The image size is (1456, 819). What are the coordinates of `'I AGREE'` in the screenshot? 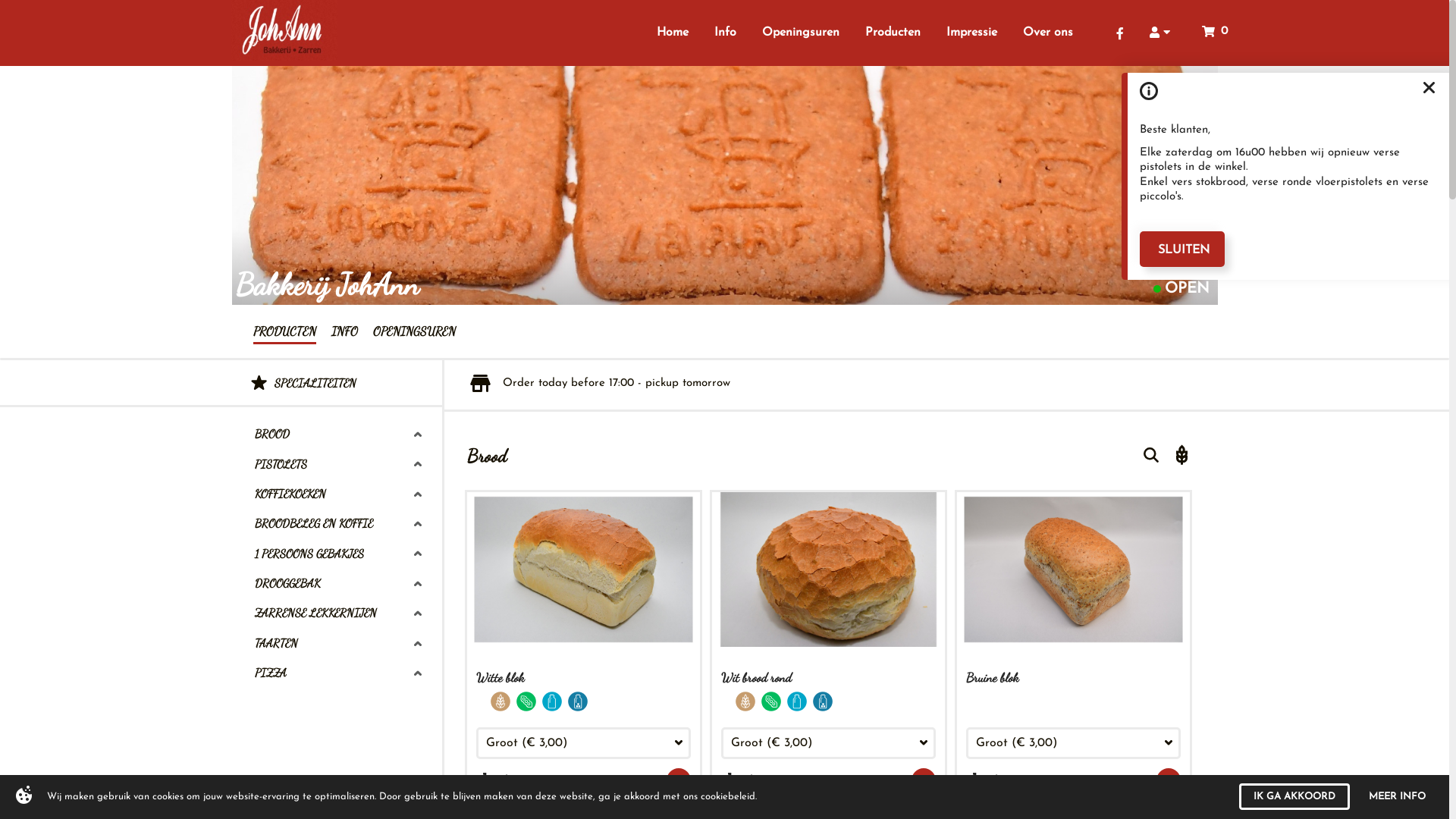 It's located at (1319, 795).